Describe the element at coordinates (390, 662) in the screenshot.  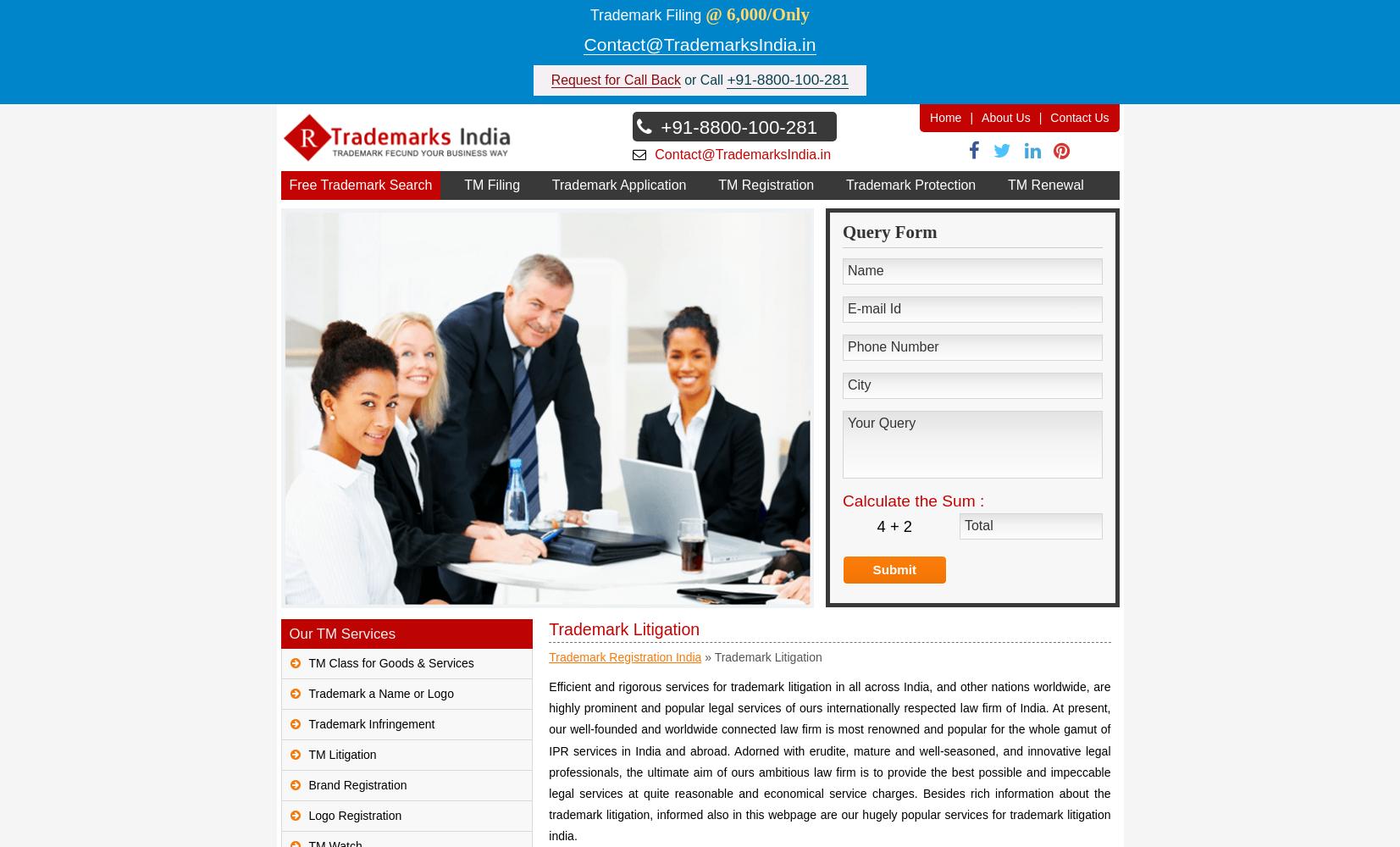
I see `'TM Class for Goods & Services'` at that location.